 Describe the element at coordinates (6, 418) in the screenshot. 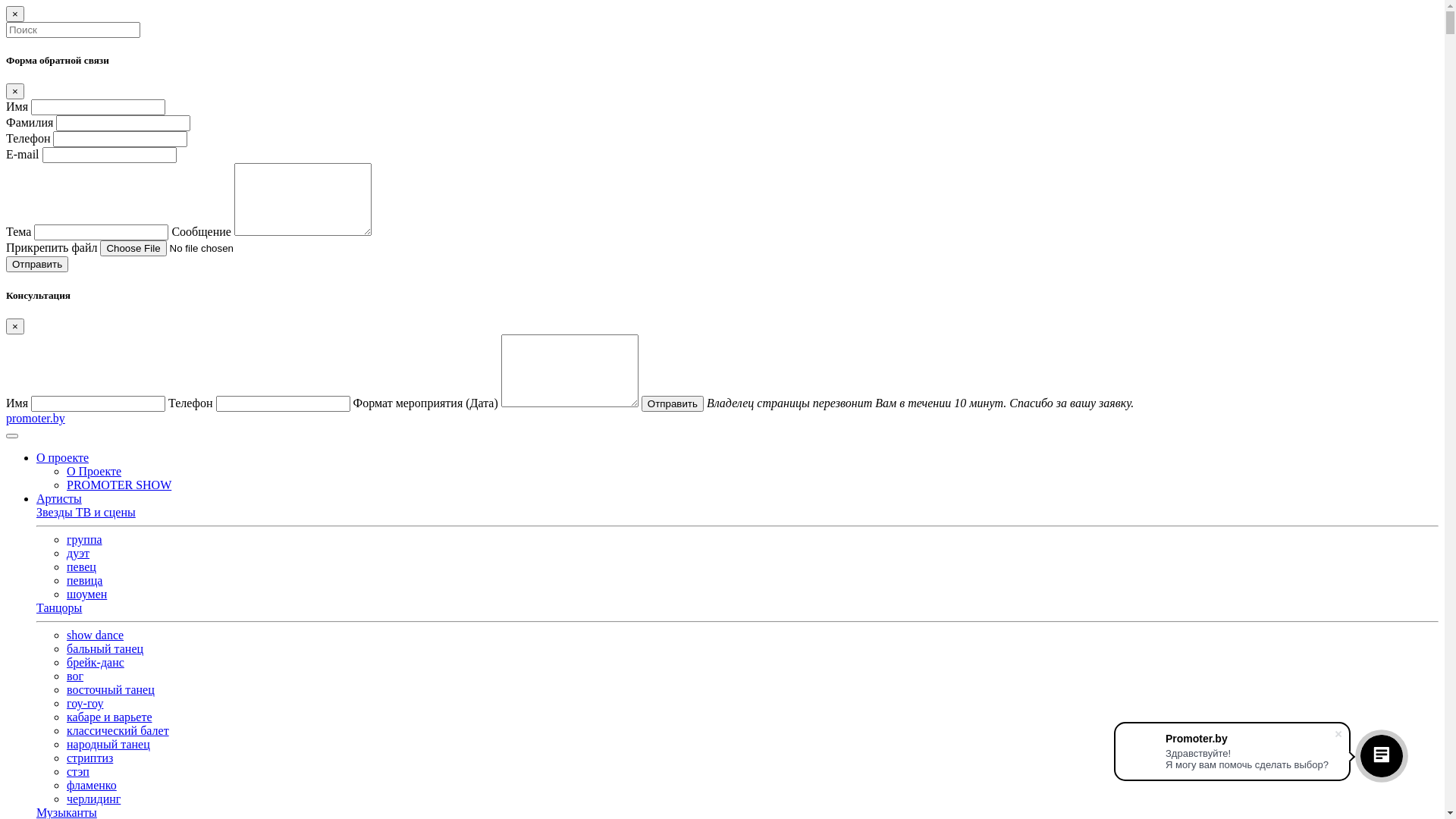

I see `'promoter.by'` at that location.